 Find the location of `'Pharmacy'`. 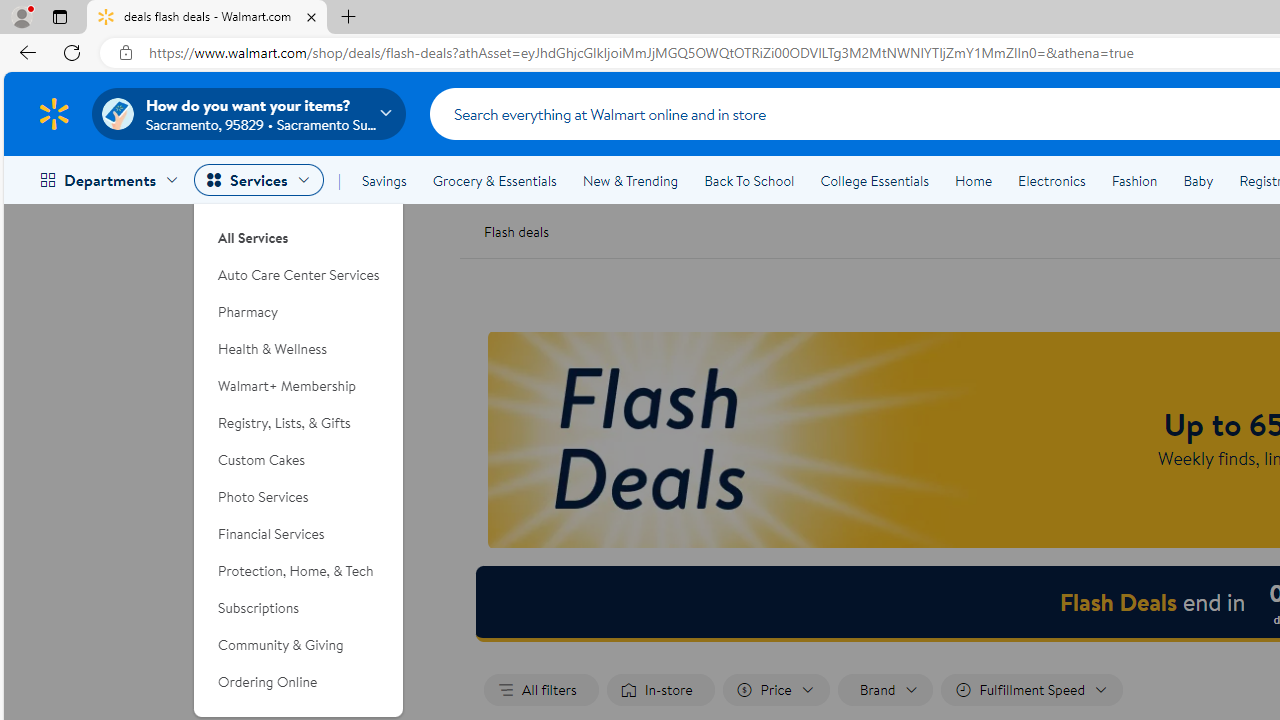

'Pharmacy' is located at coordinates (298, 312).